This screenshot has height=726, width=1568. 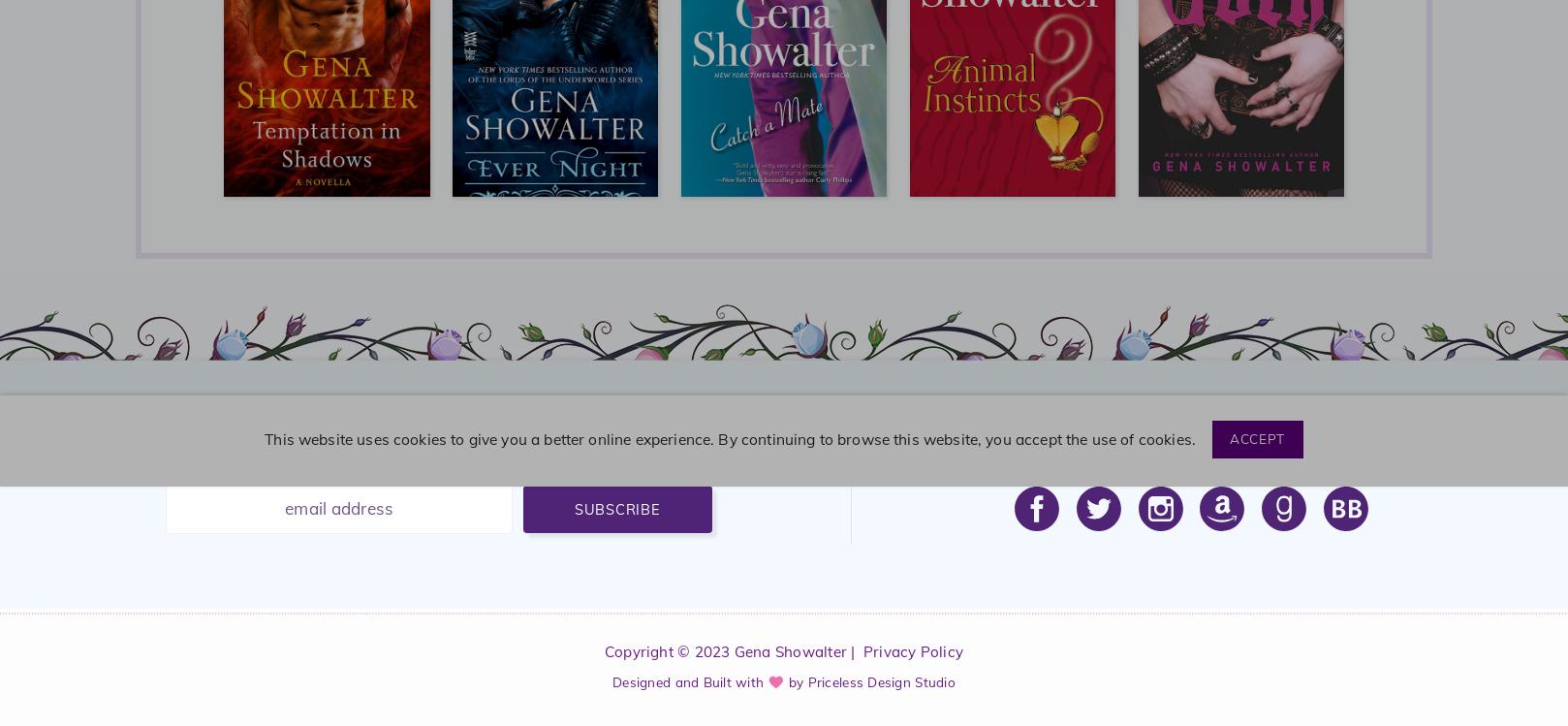 What do you see at coordinates (688, 680) in the screenshot?
I see `'Designed and Built with'` at bounding box center [688, 680].